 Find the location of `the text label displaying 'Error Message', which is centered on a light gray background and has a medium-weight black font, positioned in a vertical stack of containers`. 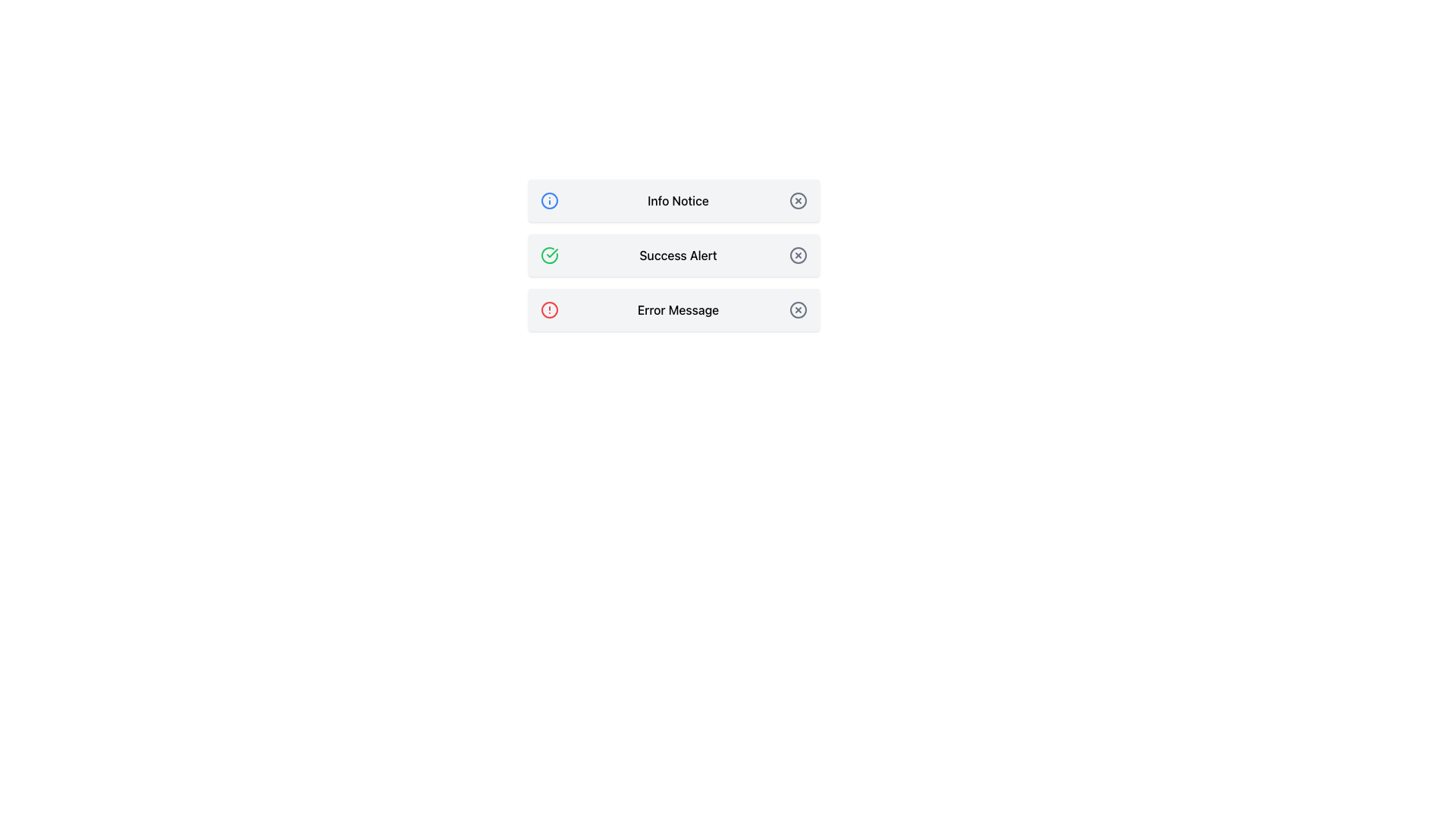

the text label displaying 'Error Message', which is centered on a light gray background and has a medium-weight black font, positioned in a vertical stack of containers is located at coordinates (677, 309).